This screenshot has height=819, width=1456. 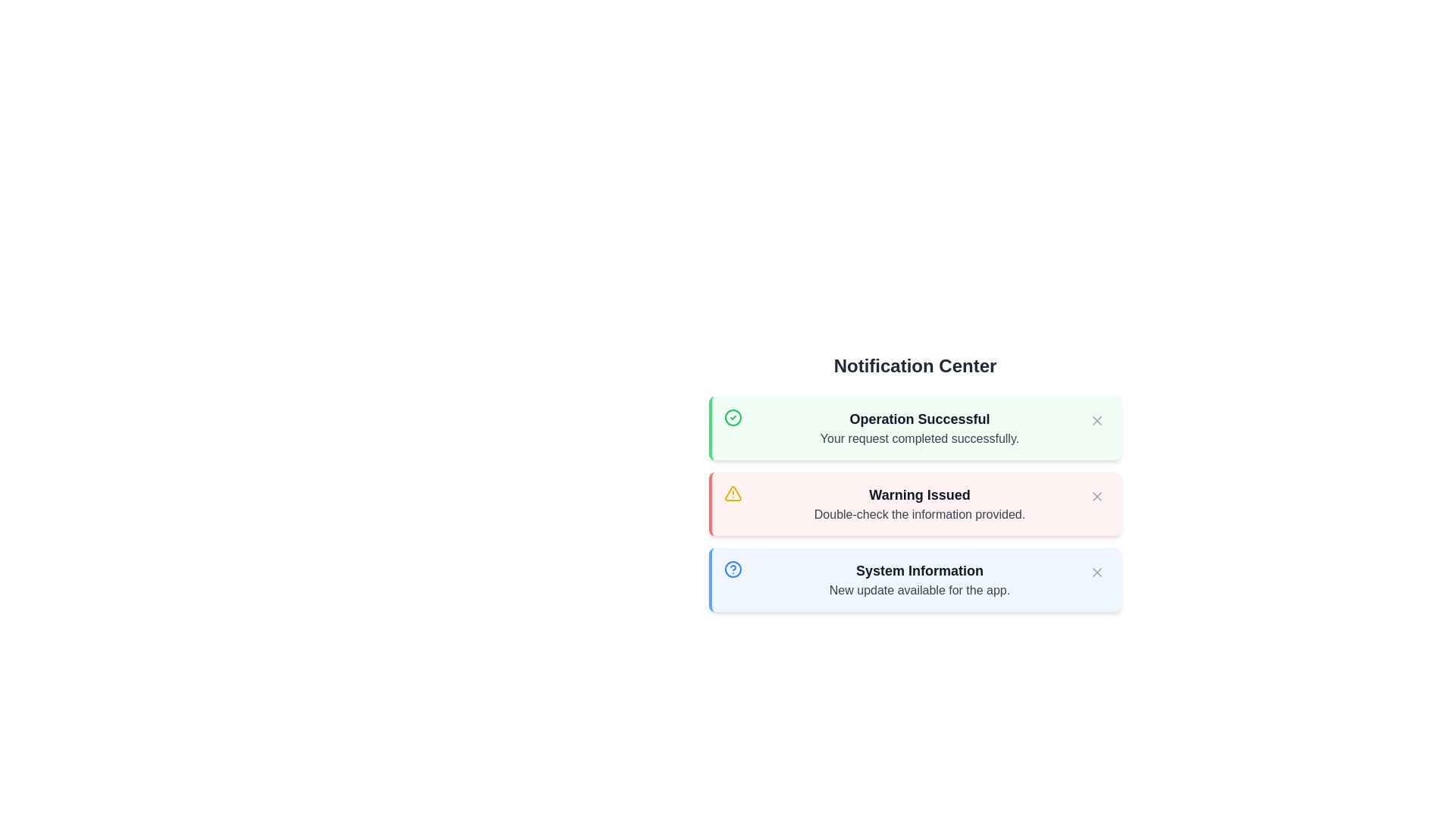 I want to click on the warning icon located on the left side of the header text within the 'Warning Issued' notification card, which indicates an alert to the user, so click(x=733, y=494).